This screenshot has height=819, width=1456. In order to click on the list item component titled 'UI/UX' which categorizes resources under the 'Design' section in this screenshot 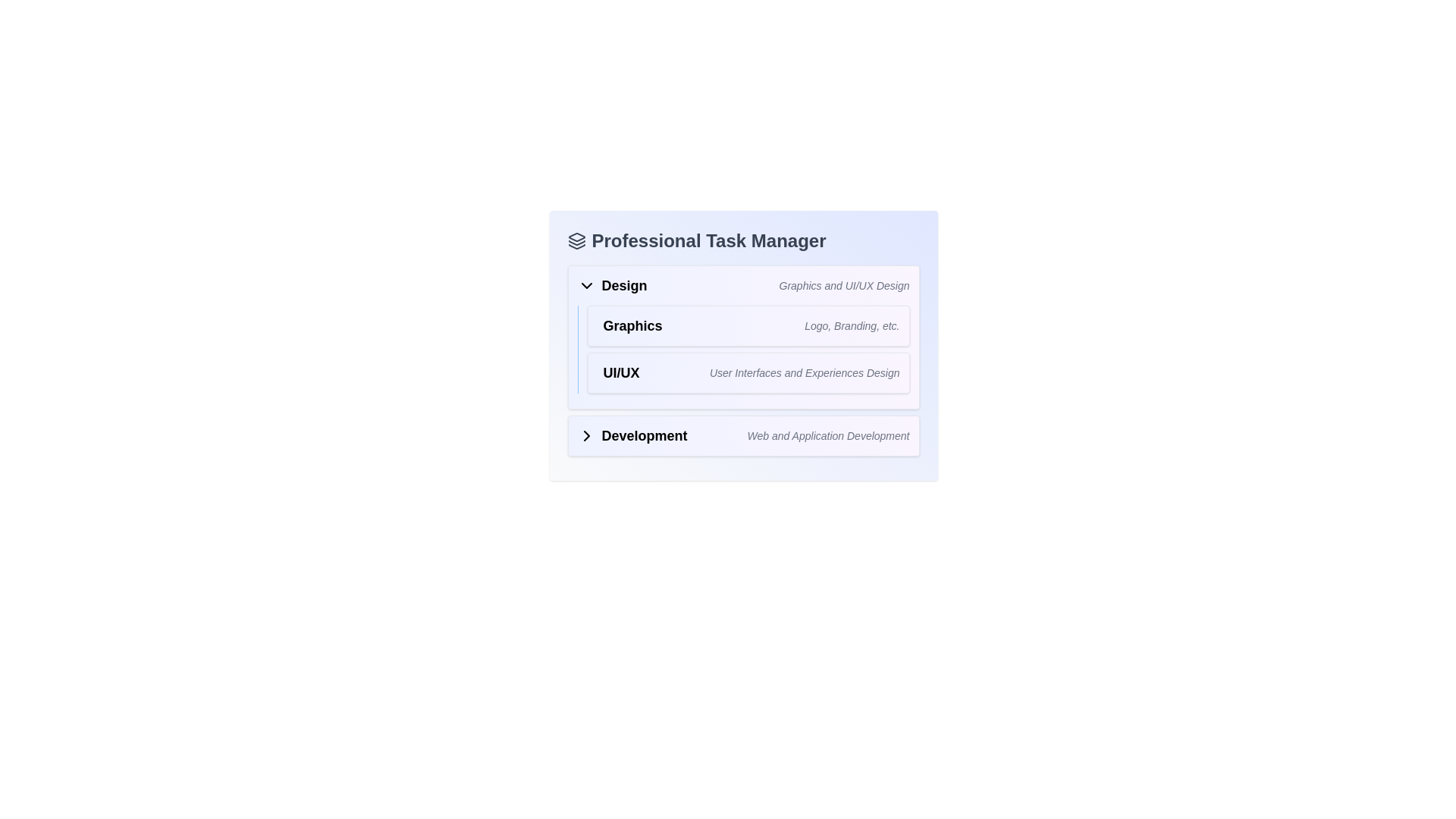, I will do `click(748, 373)`.